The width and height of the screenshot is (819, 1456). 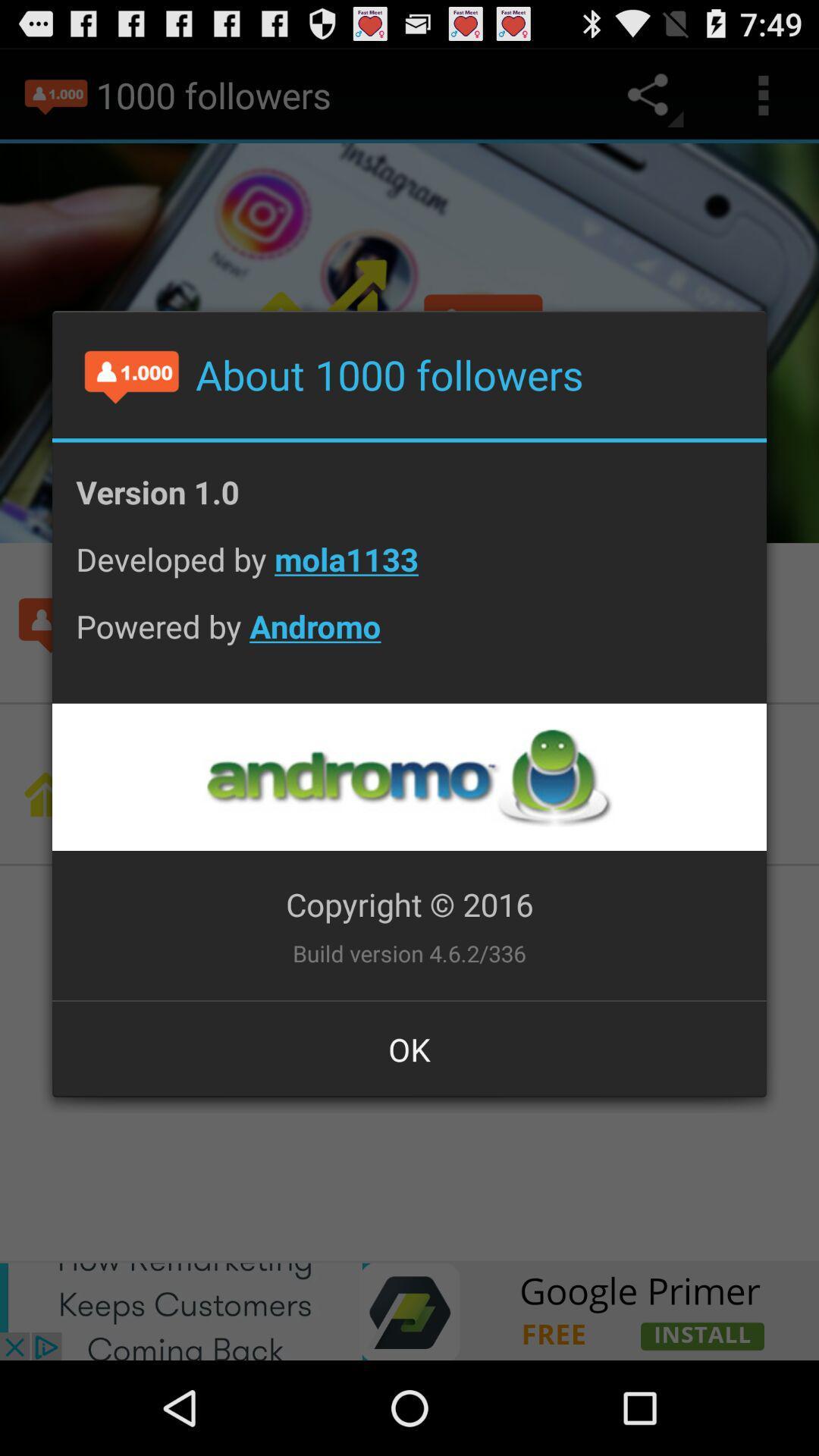 I want to click on icon above powered by andromo app, so click(x=409, y=570).